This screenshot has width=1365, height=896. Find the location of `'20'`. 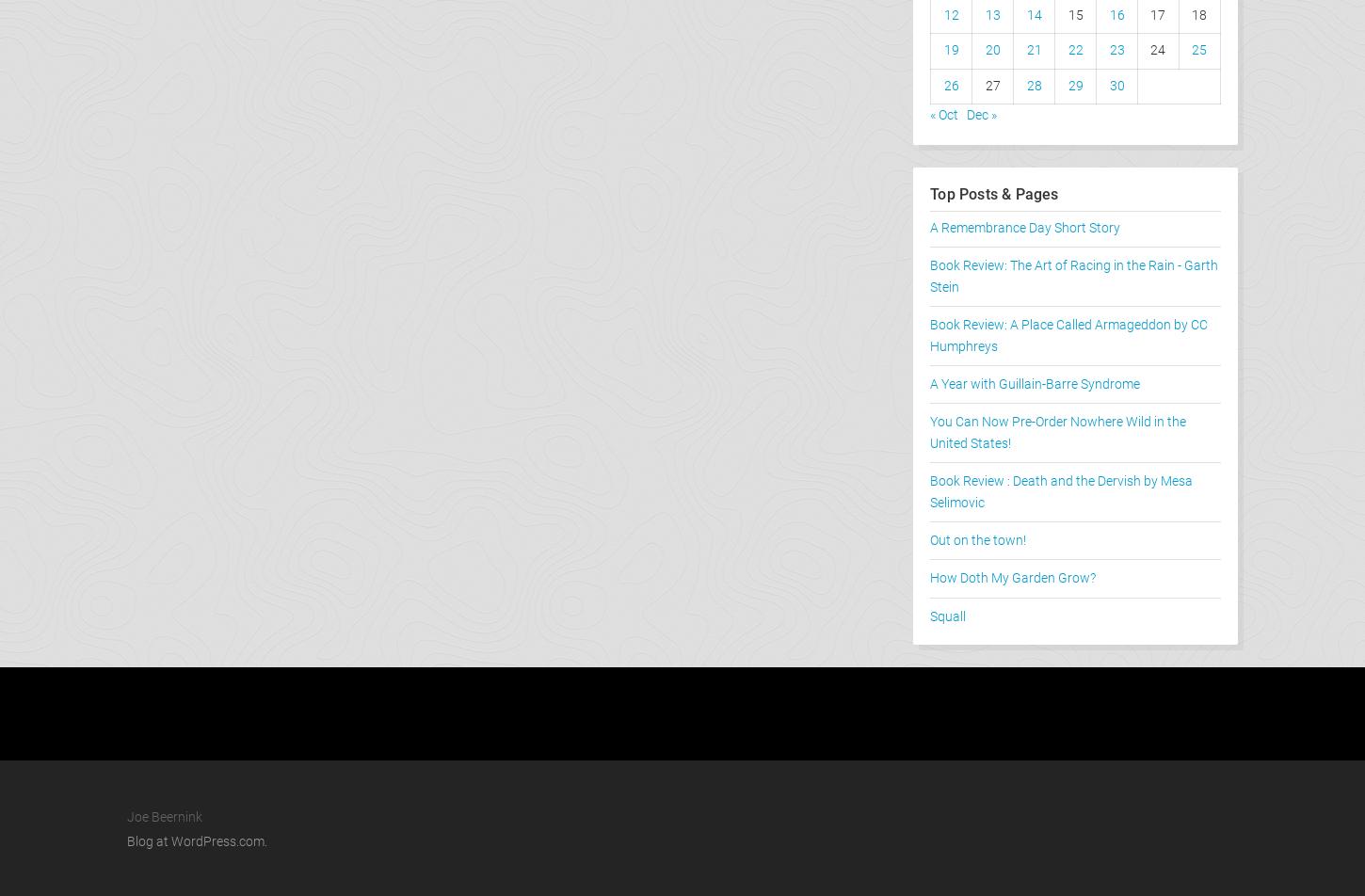

'20' is located at coordinates (992, 50).